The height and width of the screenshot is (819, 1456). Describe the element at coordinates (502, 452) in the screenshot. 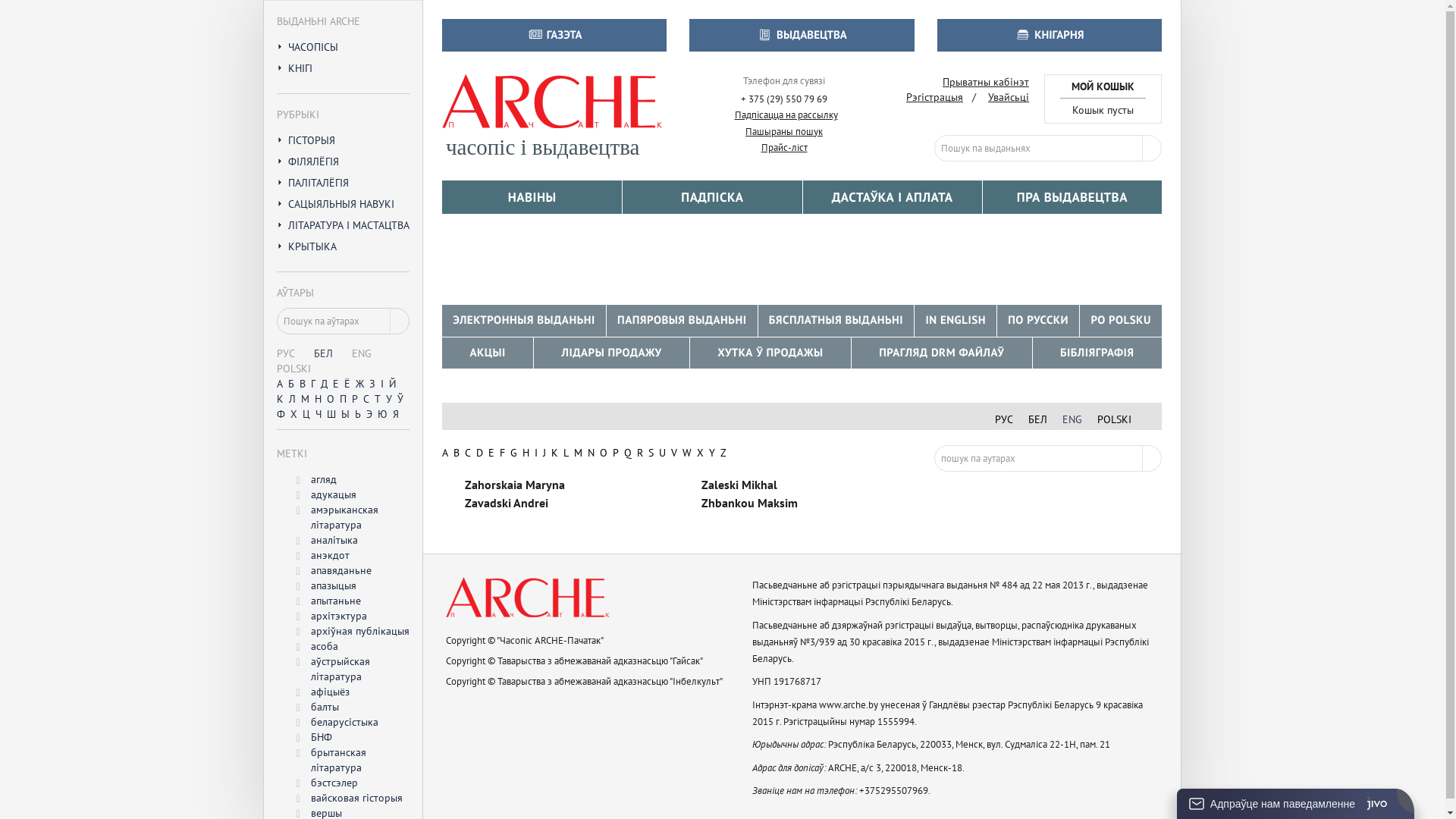

I see `'F'` at that location.